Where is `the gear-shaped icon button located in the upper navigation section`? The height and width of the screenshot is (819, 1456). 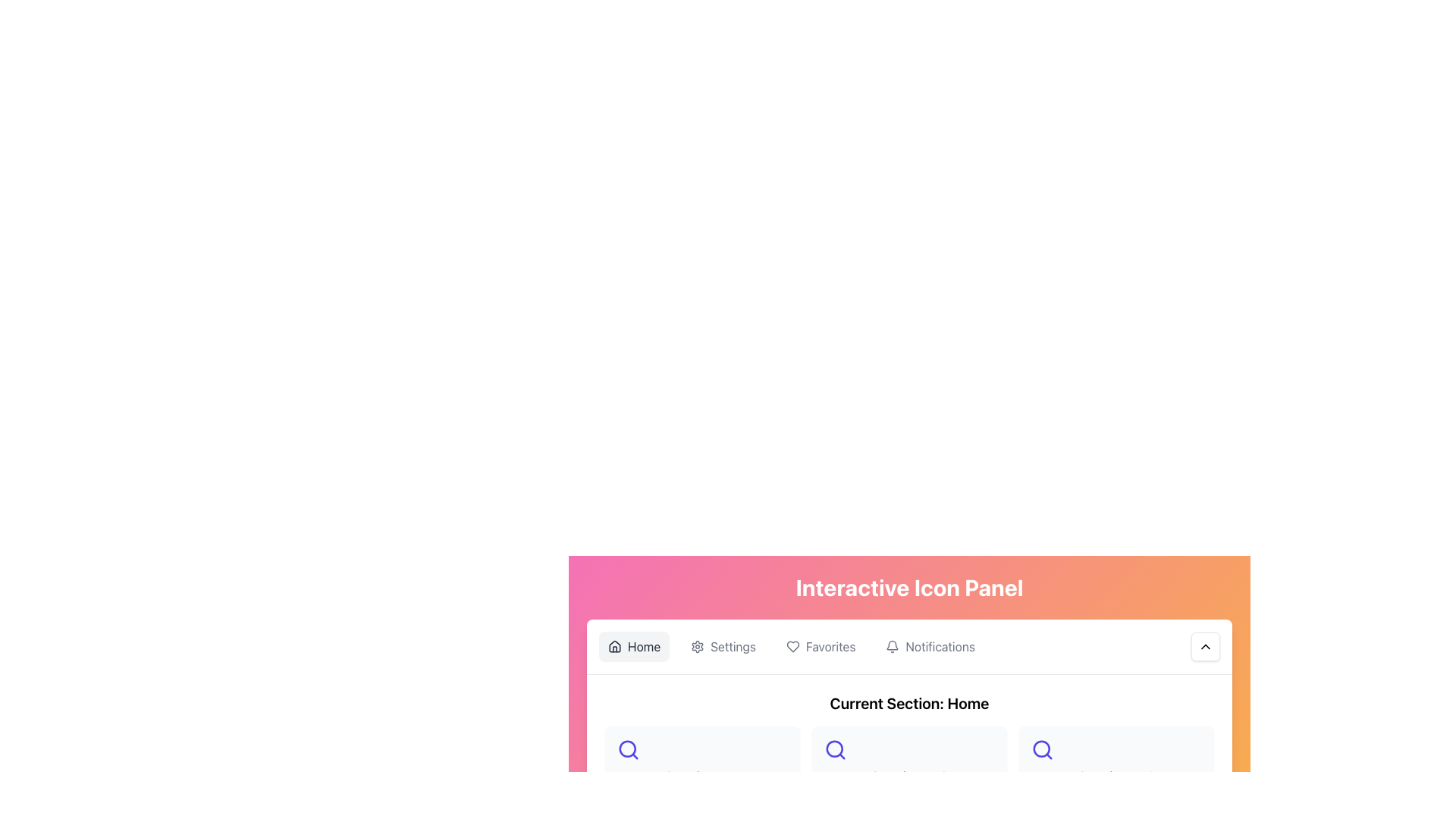 the gear-shaped icon button located in the upper navigation section is located at coordinates (697, 646).